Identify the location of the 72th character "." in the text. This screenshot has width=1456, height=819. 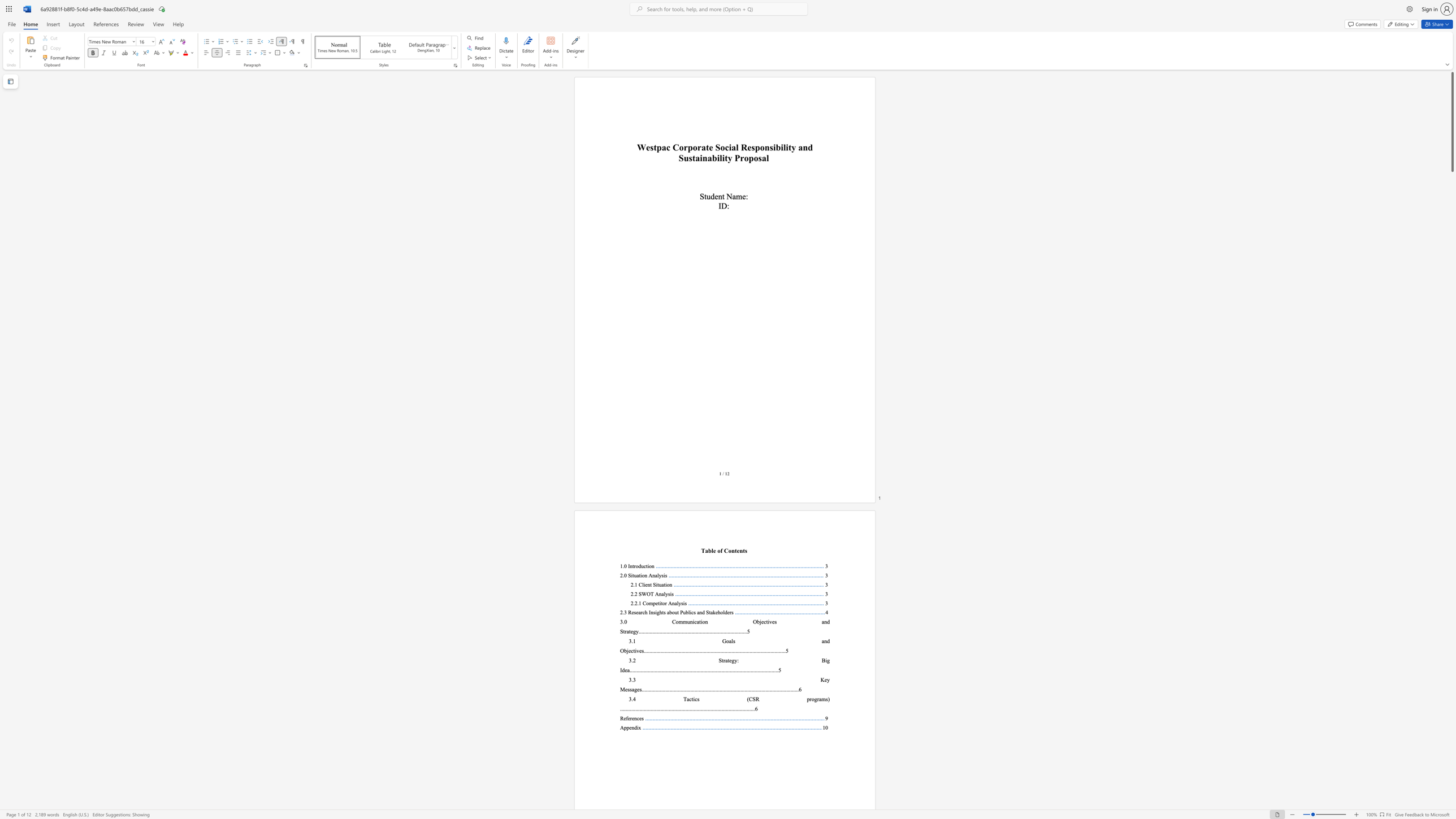
(719, 708).